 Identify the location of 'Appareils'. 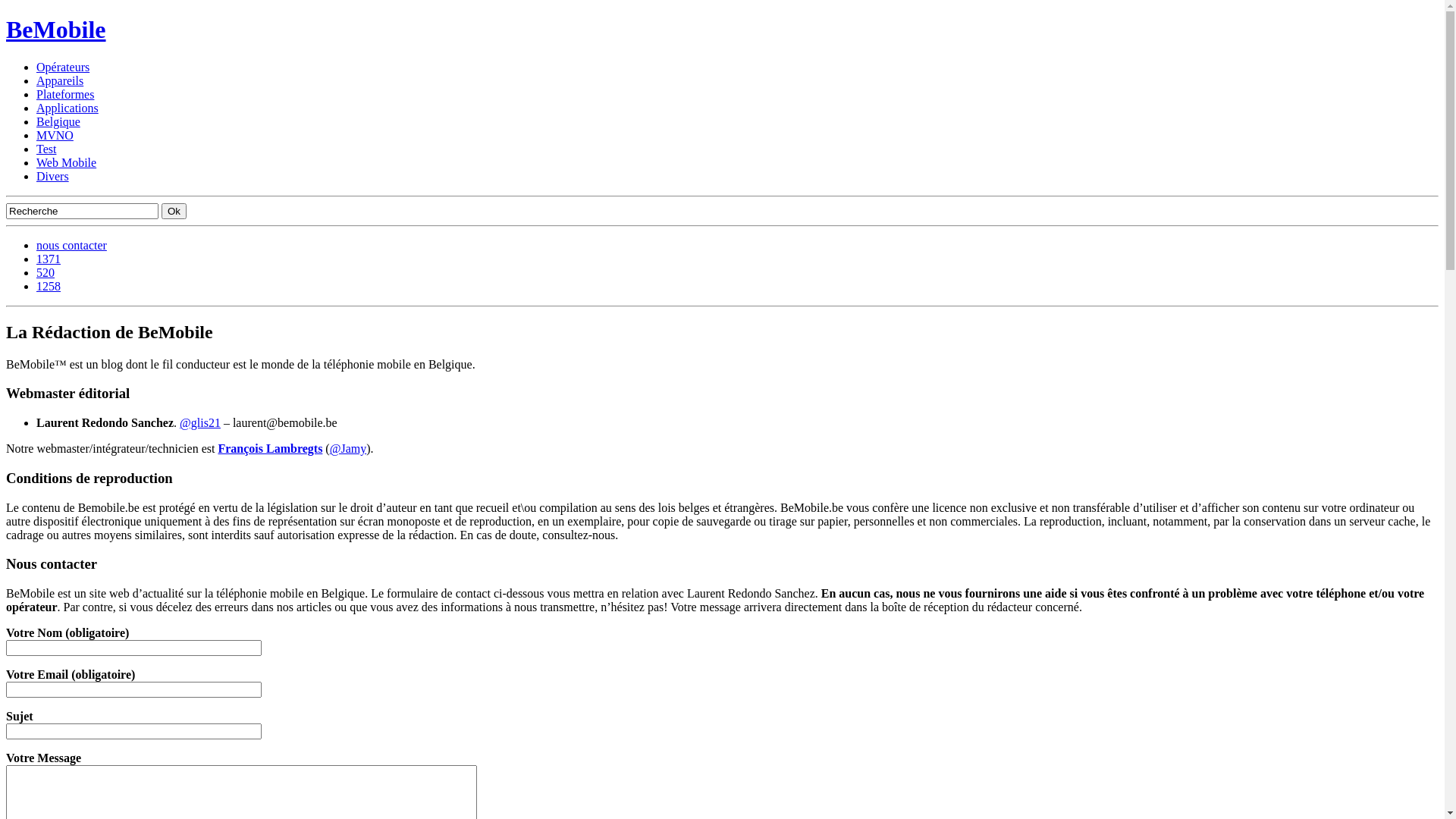
(36, 80).